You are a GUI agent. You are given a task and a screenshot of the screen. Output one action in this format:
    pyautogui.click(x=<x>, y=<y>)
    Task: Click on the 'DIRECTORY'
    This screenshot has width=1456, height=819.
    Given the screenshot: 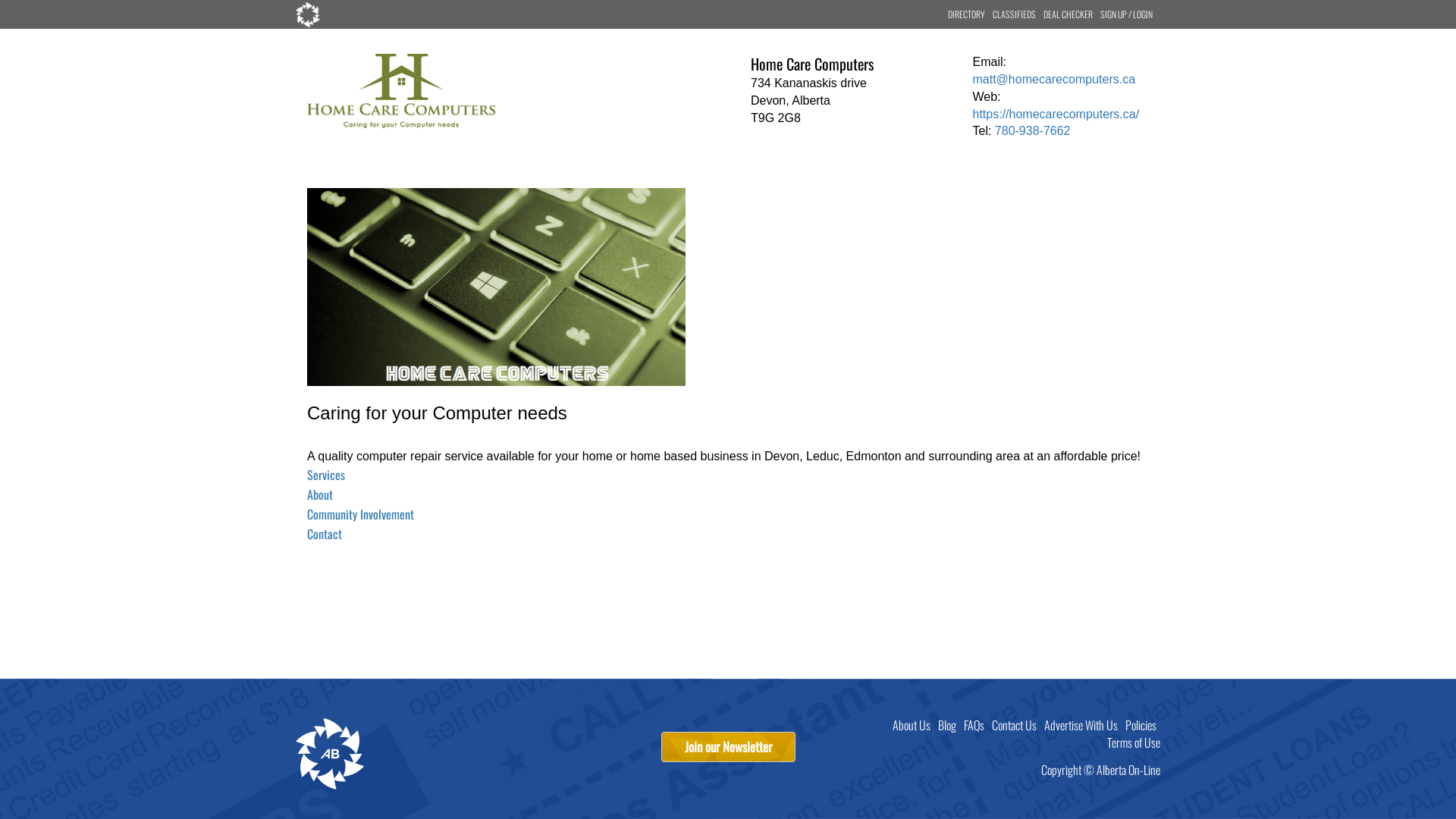 What is the action you would take?
    pyautogui.click(x=965, y=14)
    